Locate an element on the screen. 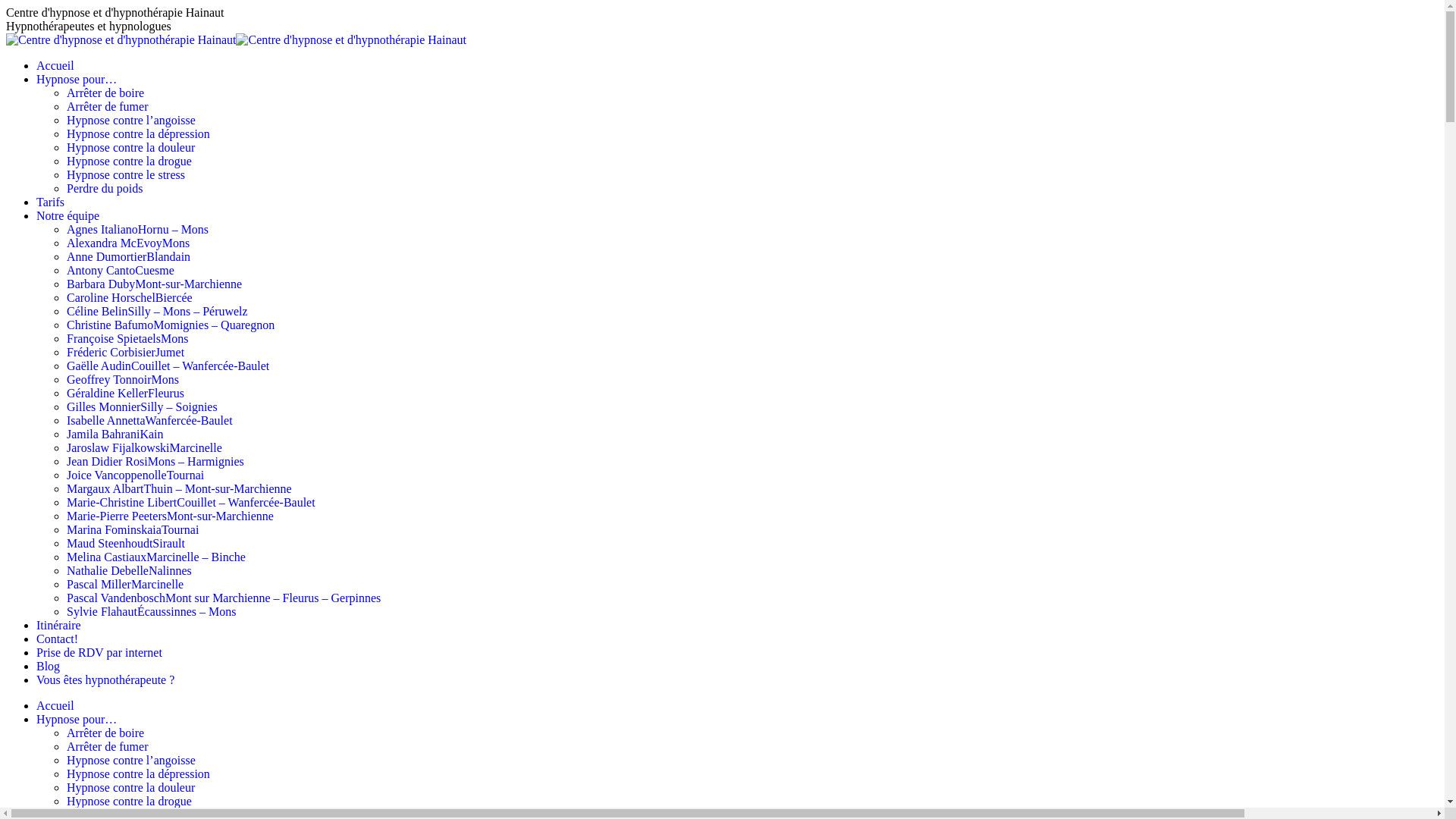 Image resolution: width=1456 pixels, height=819 pixels. 'Blog' is located at coordinates (48, 665).